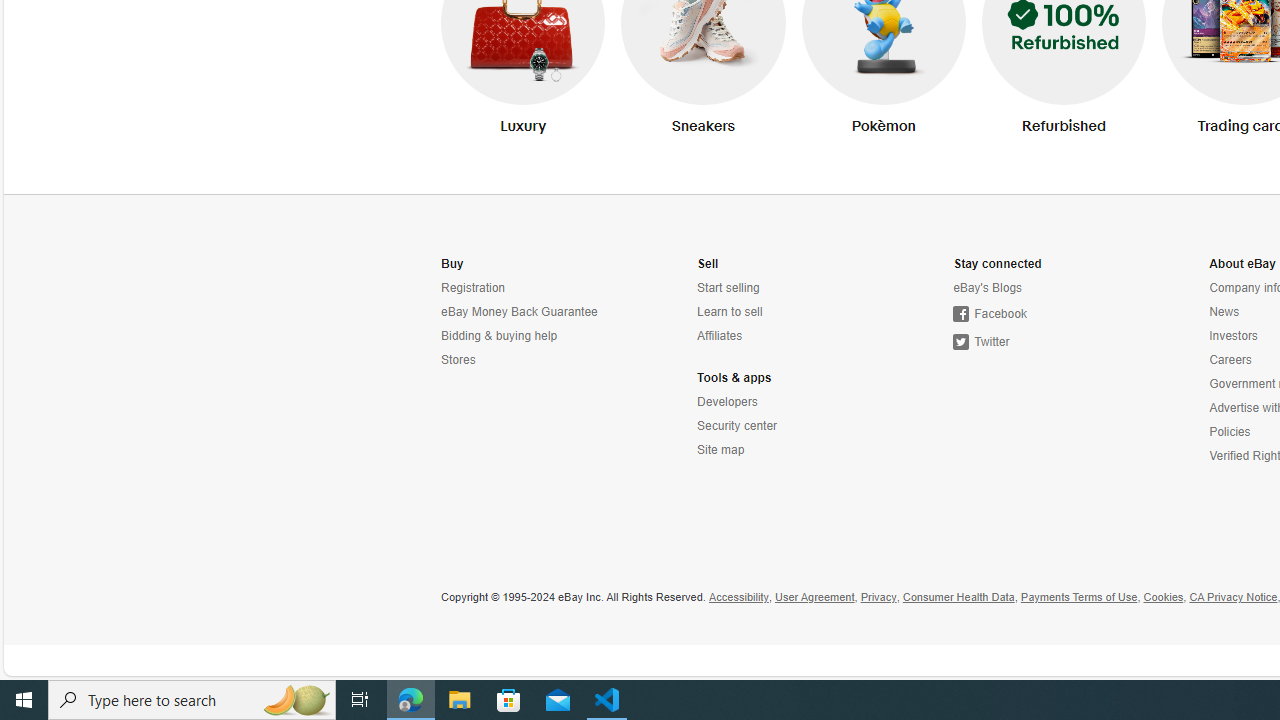  I want to click on 'Policies', so click(1229, 431).